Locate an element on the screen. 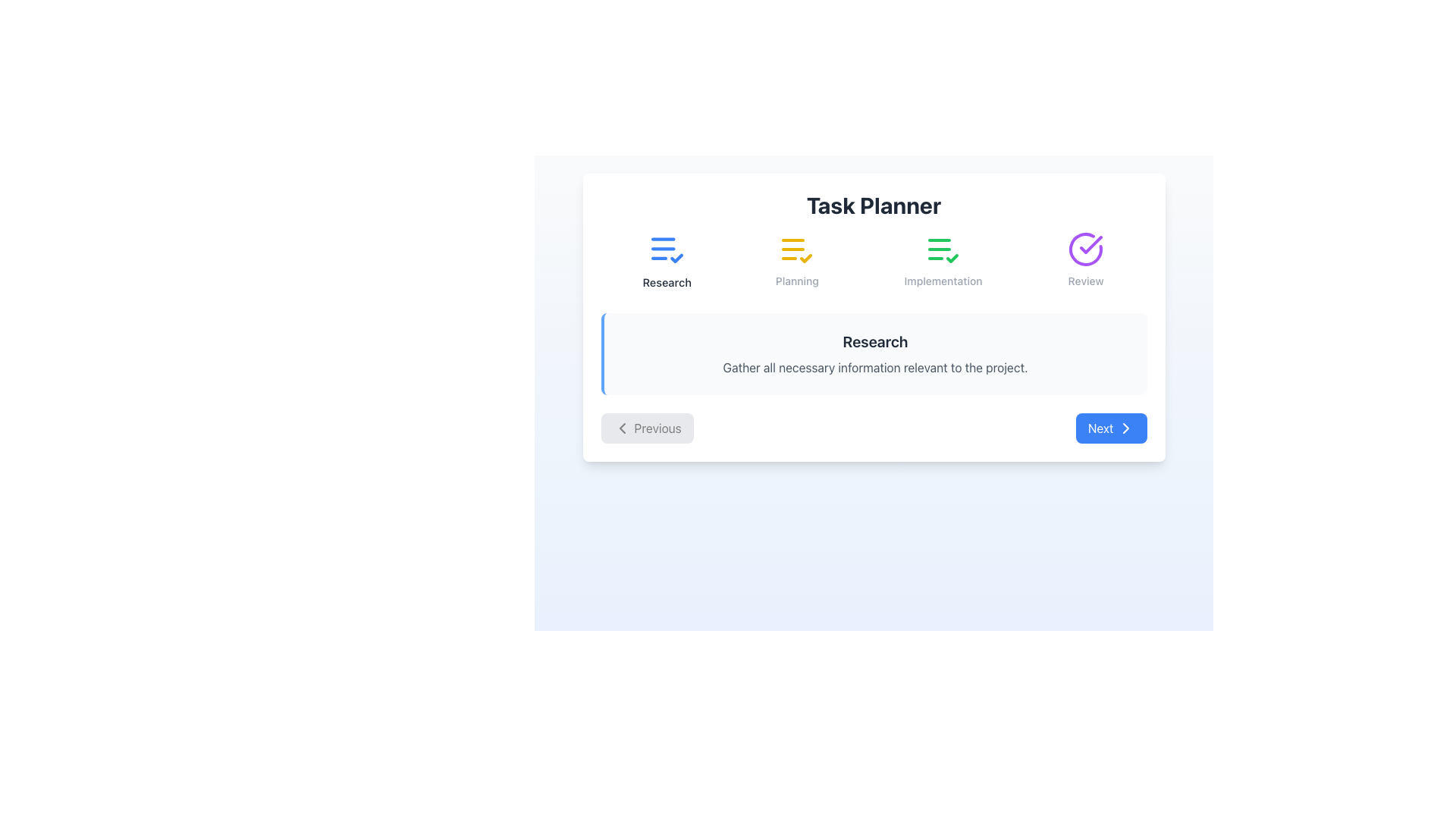 This screenshot has width=1456, height=819. the 'Research' component, which consists of a blue icon depicting a checkmark and a dark font label is located at coordinates (667, 259).